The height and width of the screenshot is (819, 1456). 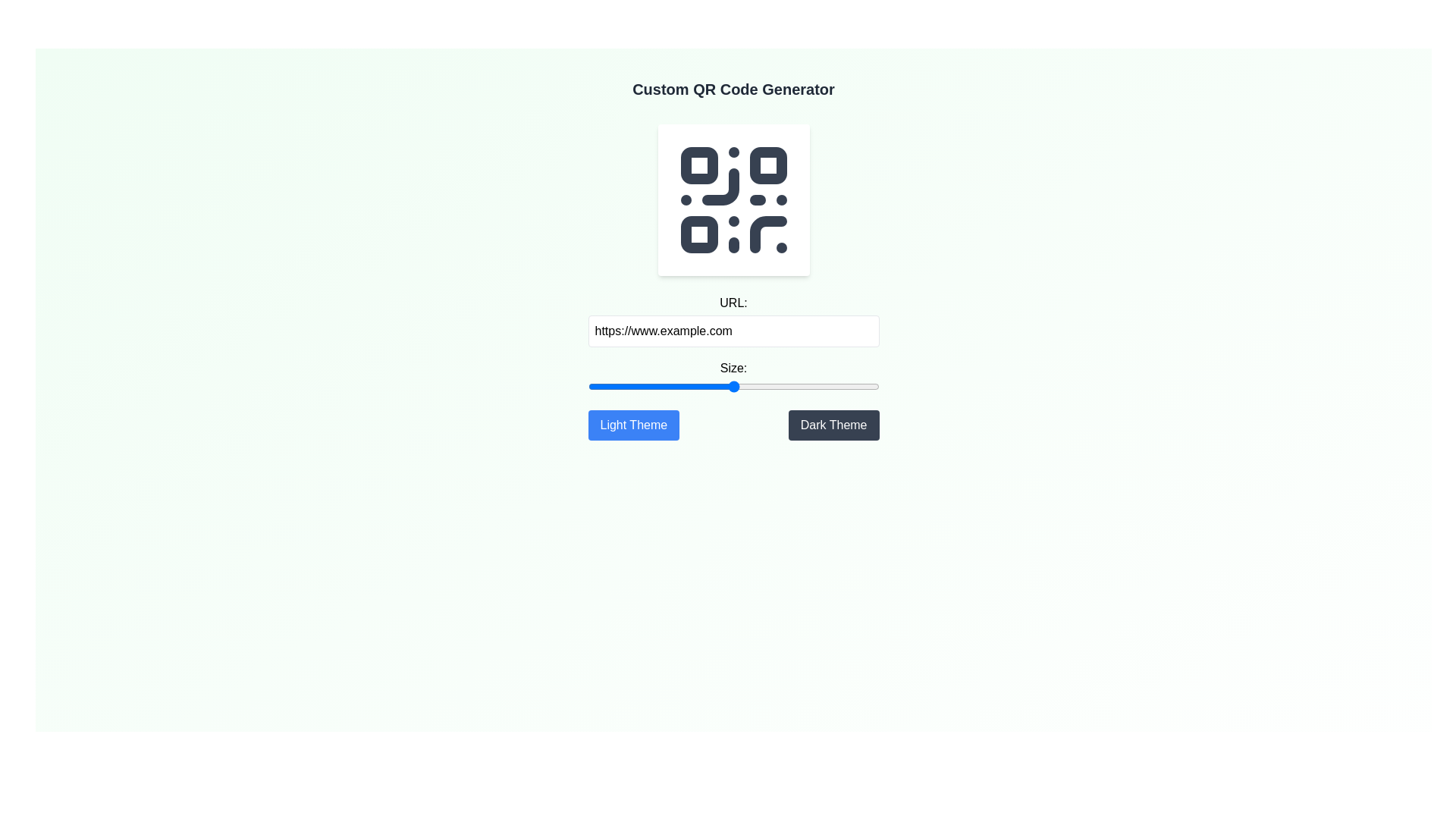 What do you see at coordinates (852, 385) in the screenshot?
I see `the slider value` at bounding box center [852, 385].